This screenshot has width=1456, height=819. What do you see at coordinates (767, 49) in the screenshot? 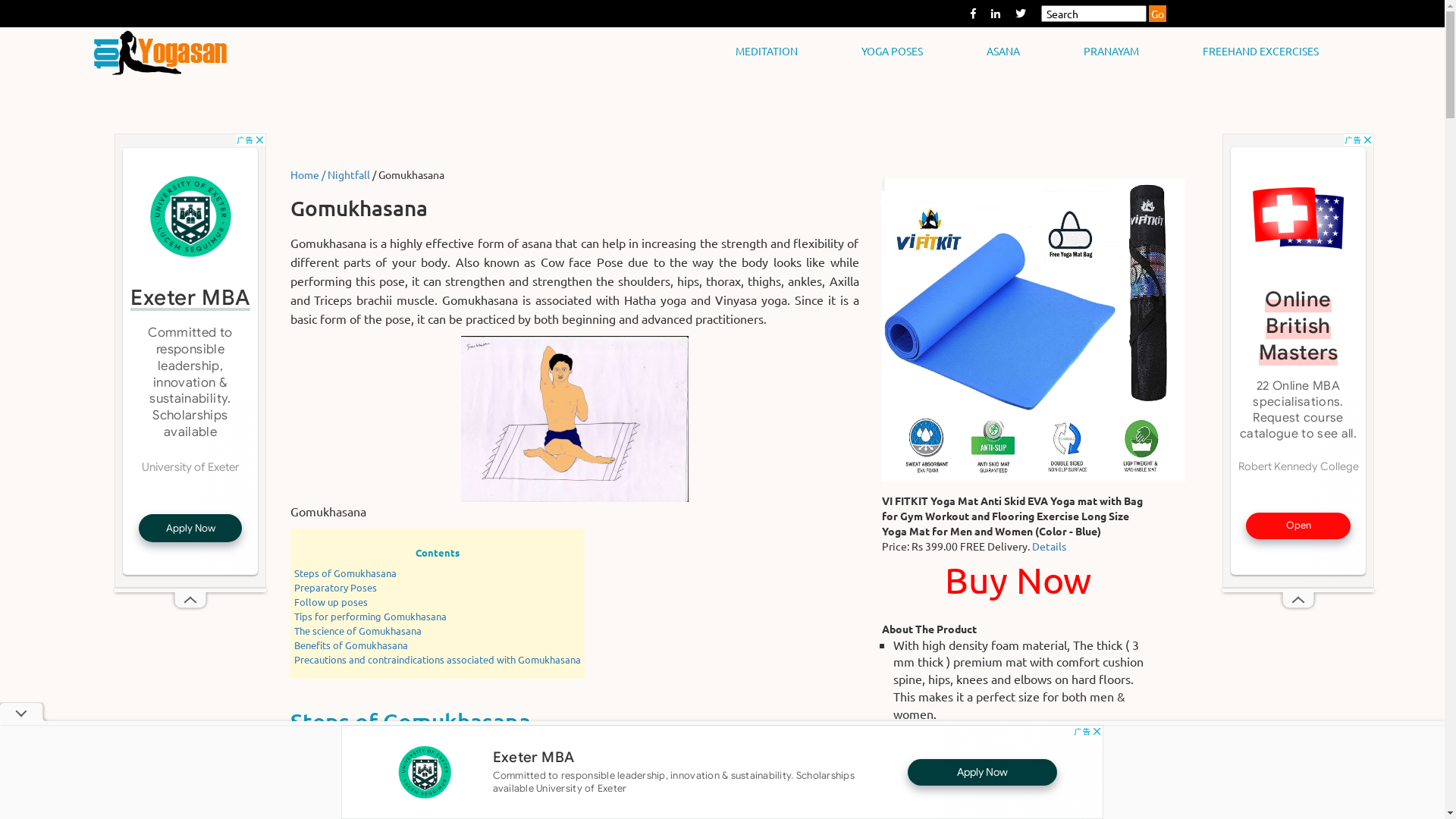
I see `'MEDITATION'` at bounding box center [767, 49].